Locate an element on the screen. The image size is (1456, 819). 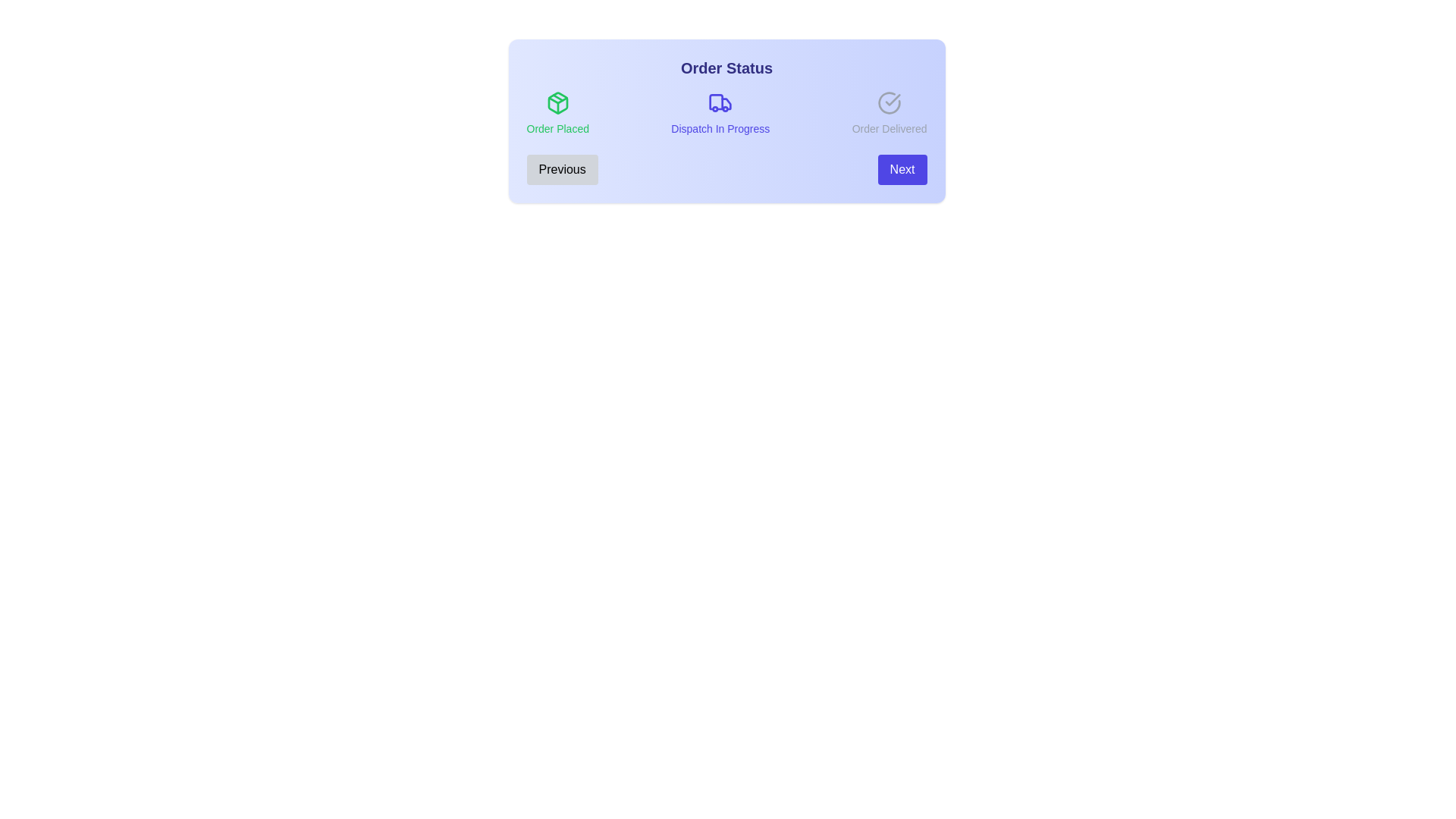
the 'Order Placed' status icon located at the top left of the interface is located at coordinates (557, 102).